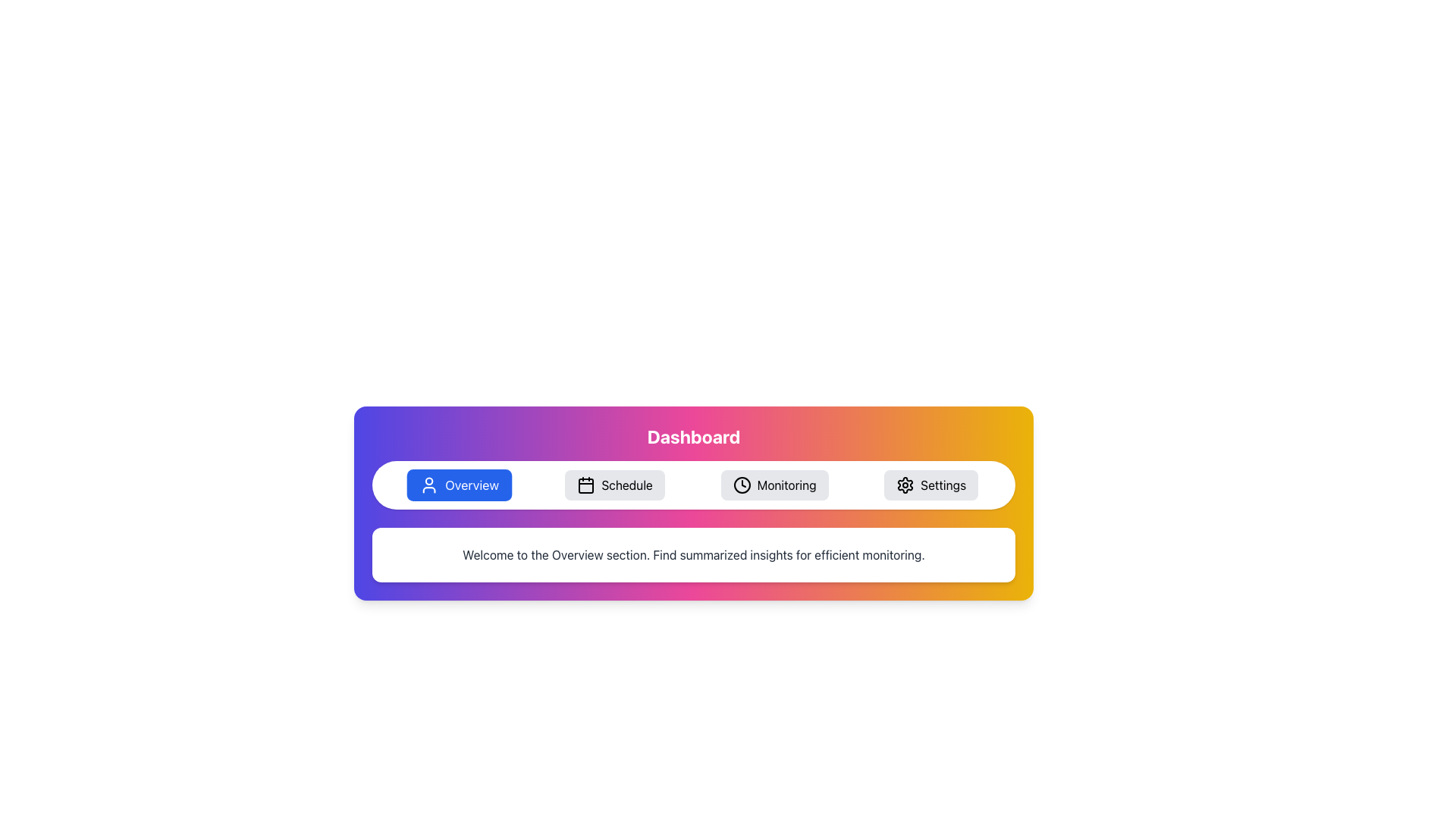  I want to click on the 'Settings' text label in the navigation menu, so click(943, 485).